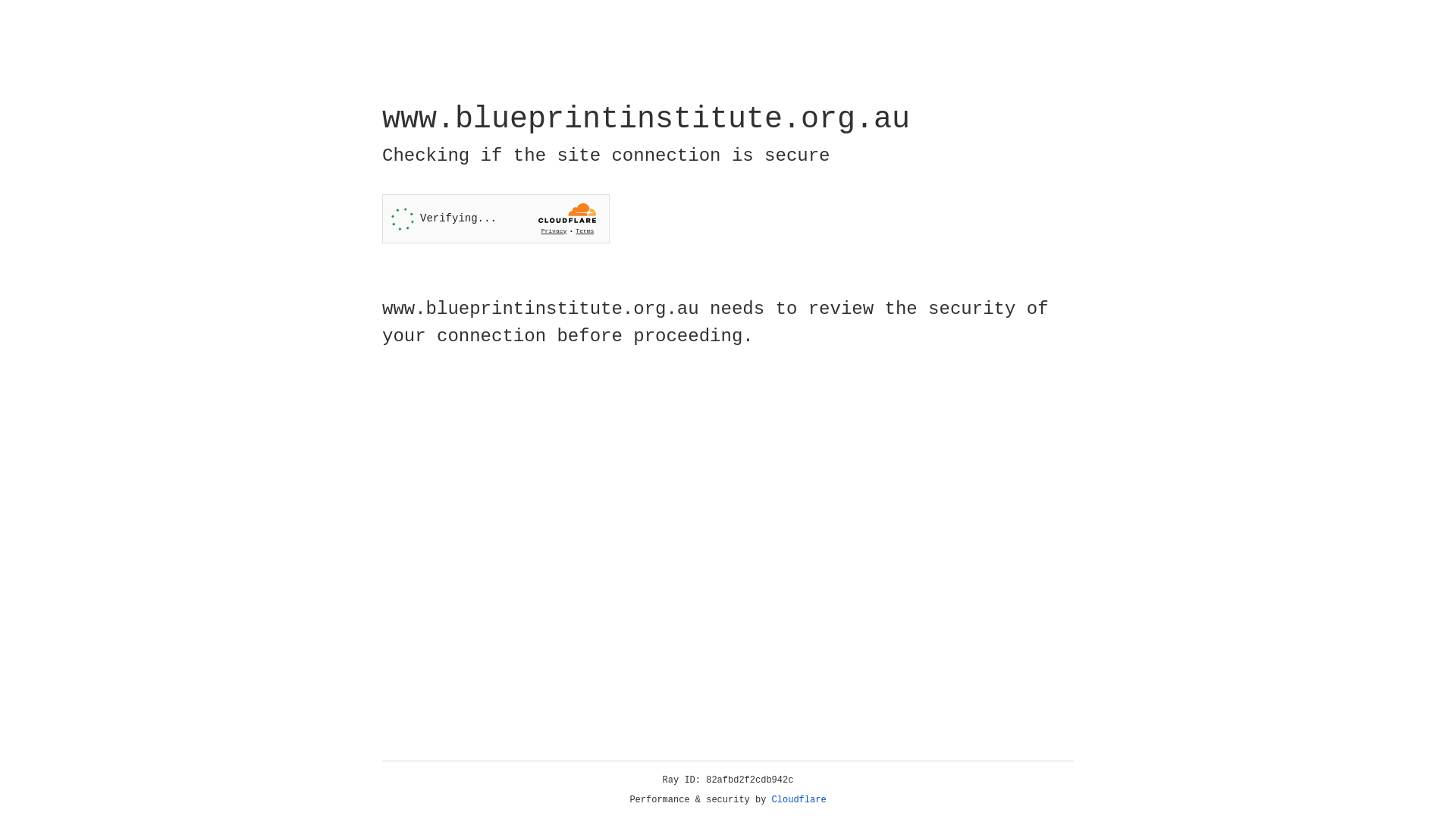 The image size is (1456, 819). What do you see at coordinates (799, 799) in the screenshot?
I see `'Cloudflare'` at bounding box center [799, 799].